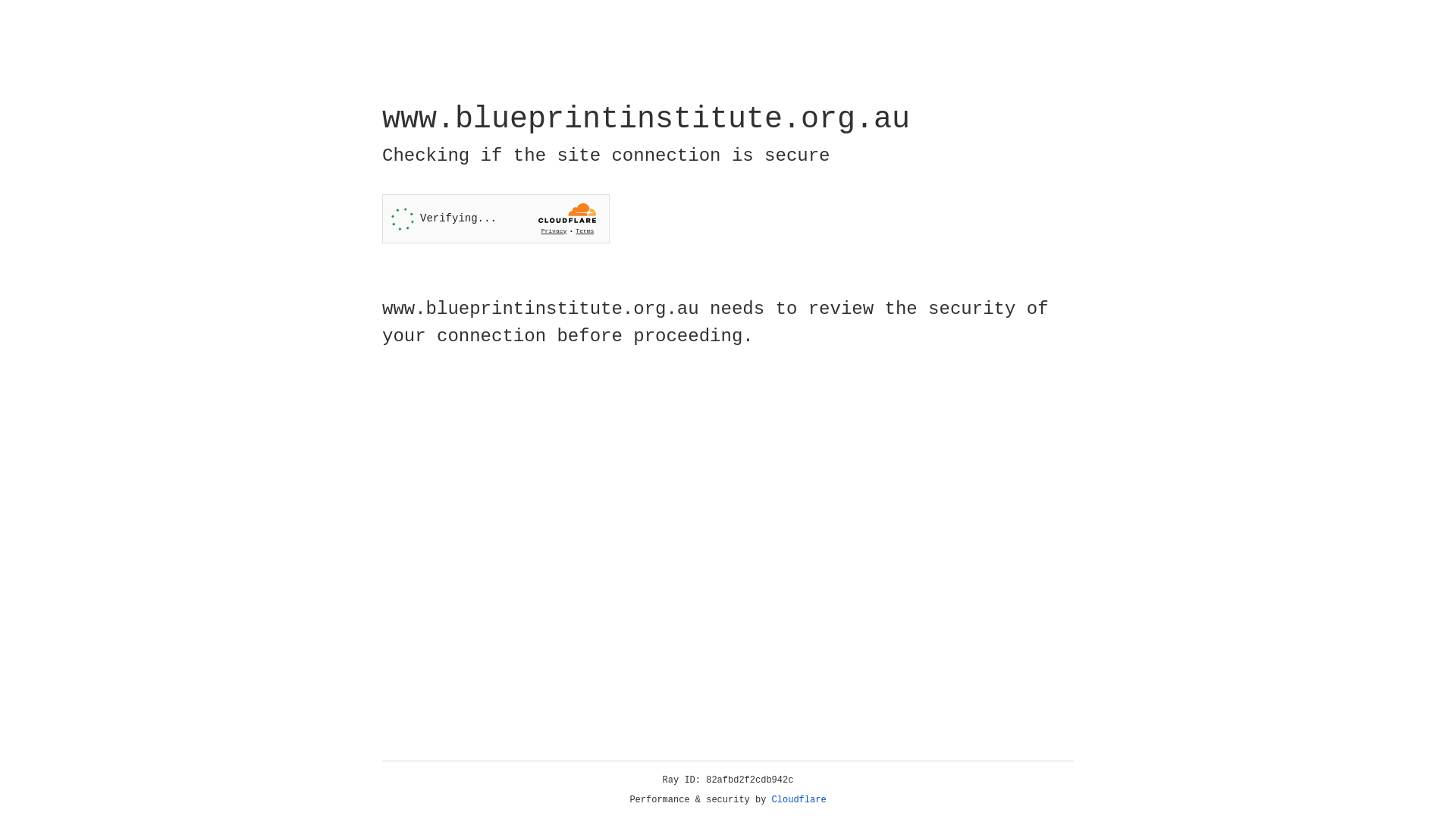 The image size is (1456, 819). What do you see at coordinates (799, 799) in the screenshot?
I see `'Cloudflare'` at bounding box center [799, 799].